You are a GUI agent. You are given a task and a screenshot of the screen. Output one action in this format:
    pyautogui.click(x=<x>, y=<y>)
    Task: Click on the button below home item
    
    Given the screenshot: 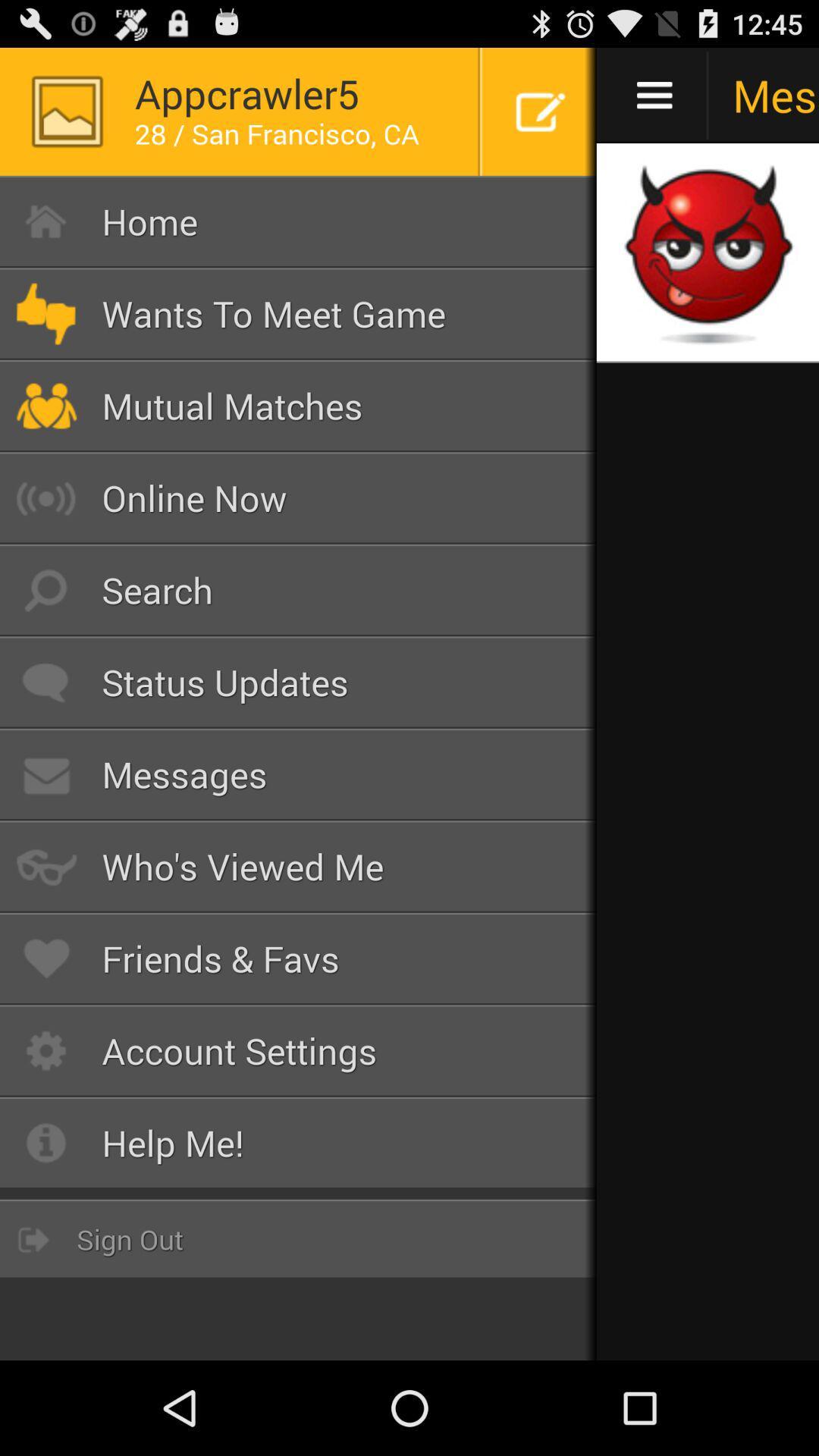 What is the action you would take?
    pyautogui.click(x=298, y=312)
    